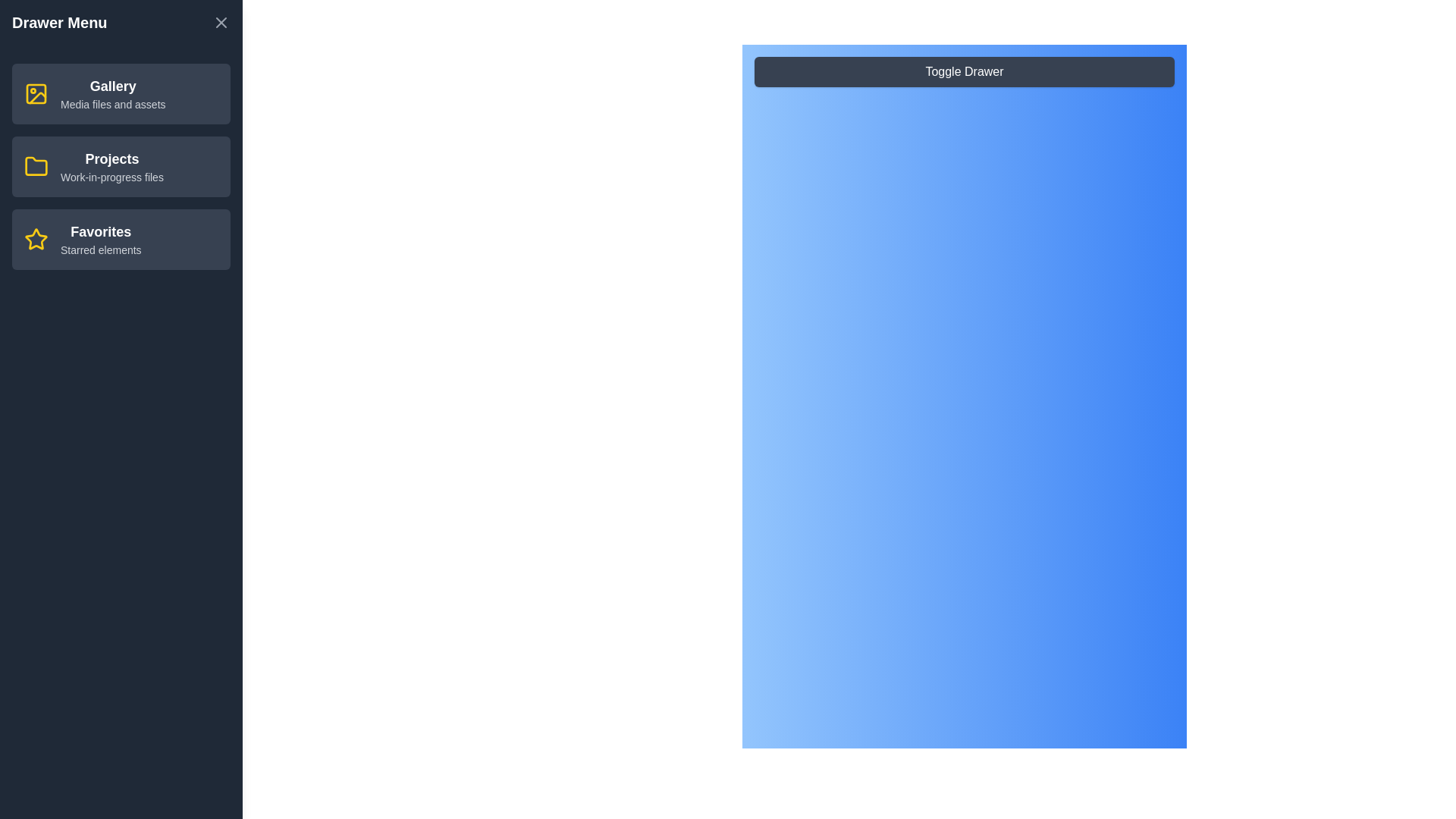 This screenshot has width=1456, height=819. Describe the element at coordinates (120, 166) in the screenshot. I see `the menu item Projects to highlight it` at that location.